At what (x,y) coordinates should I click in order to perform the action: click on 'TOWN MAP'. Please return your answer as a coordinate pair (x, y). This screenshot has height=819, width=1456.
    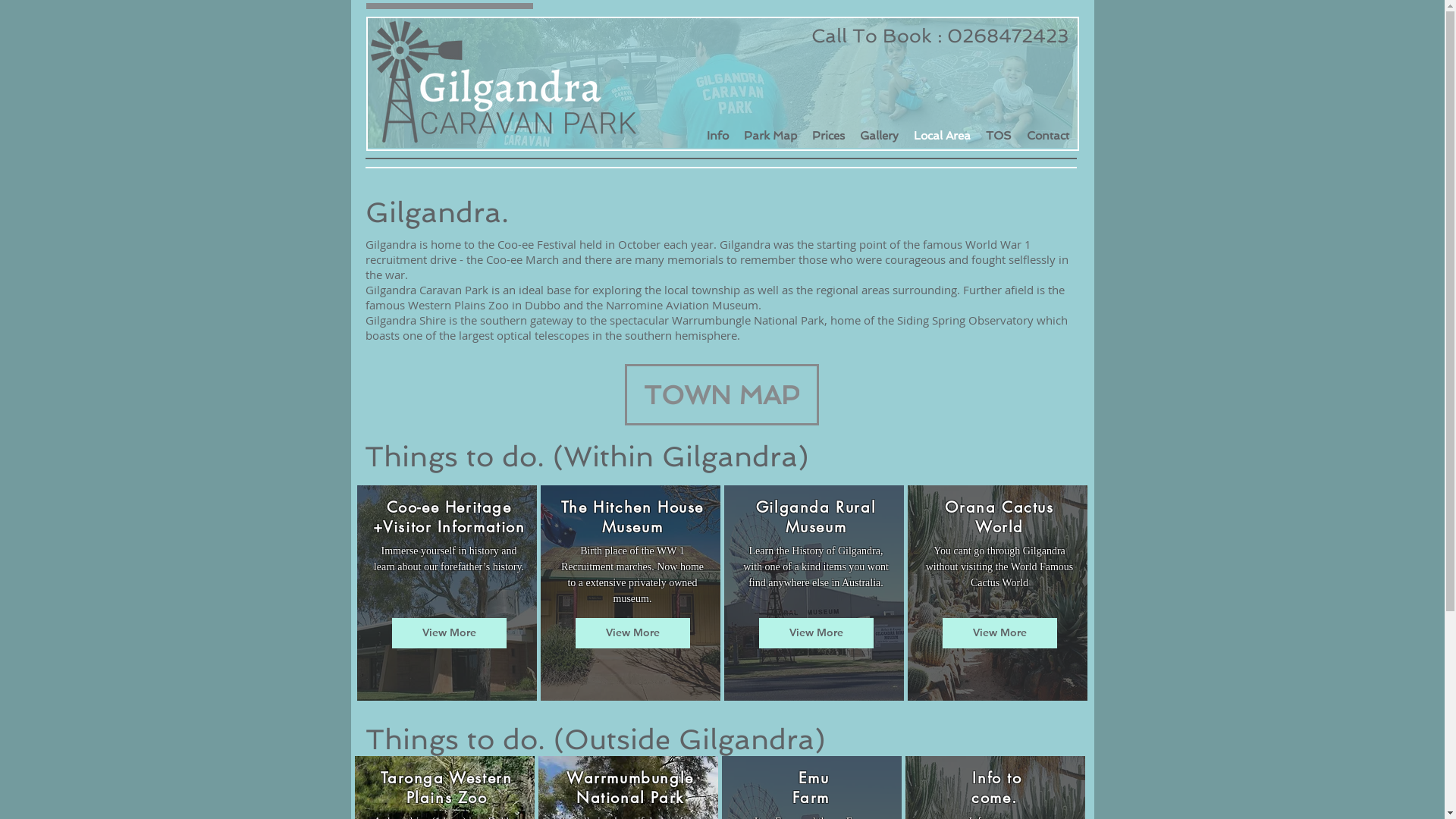
    Looking at the image, I should click on (720, 394).